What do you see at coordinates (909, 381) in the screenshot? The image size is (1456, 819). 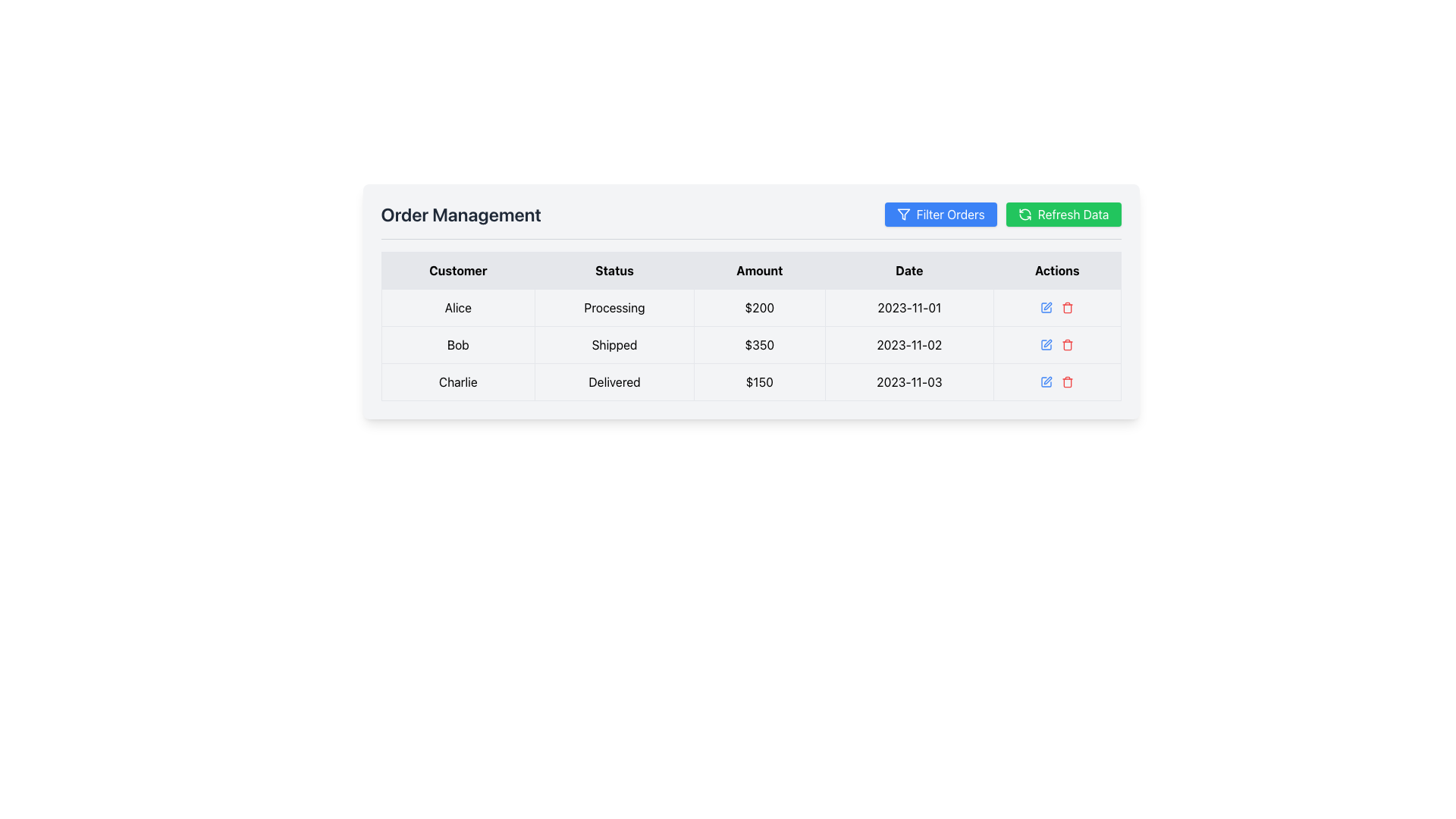 I see `the Text Display element that shows the date of the record in the 'Date' column of the third row, located between the '$150' entry in the 'Amount' column and the 'Actions' column` at bounding box center [909, 381].